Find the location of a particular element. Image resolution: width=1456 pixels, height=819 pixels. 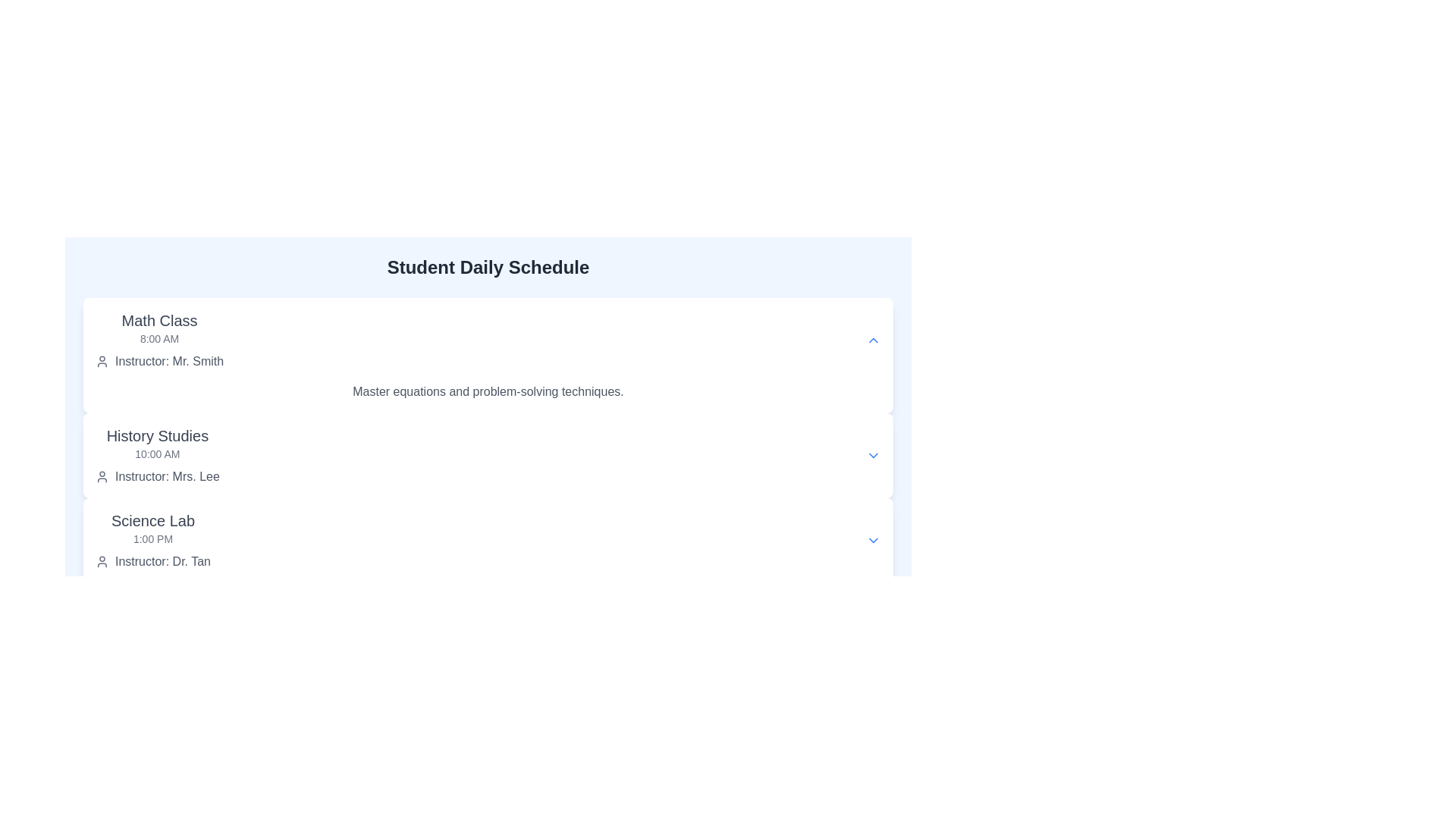

the text label that displays 'Instructor: Mrs. Lee', which is located beneath the '10:00 AM' label in the History Studies section is located at coordinates (157, 475).